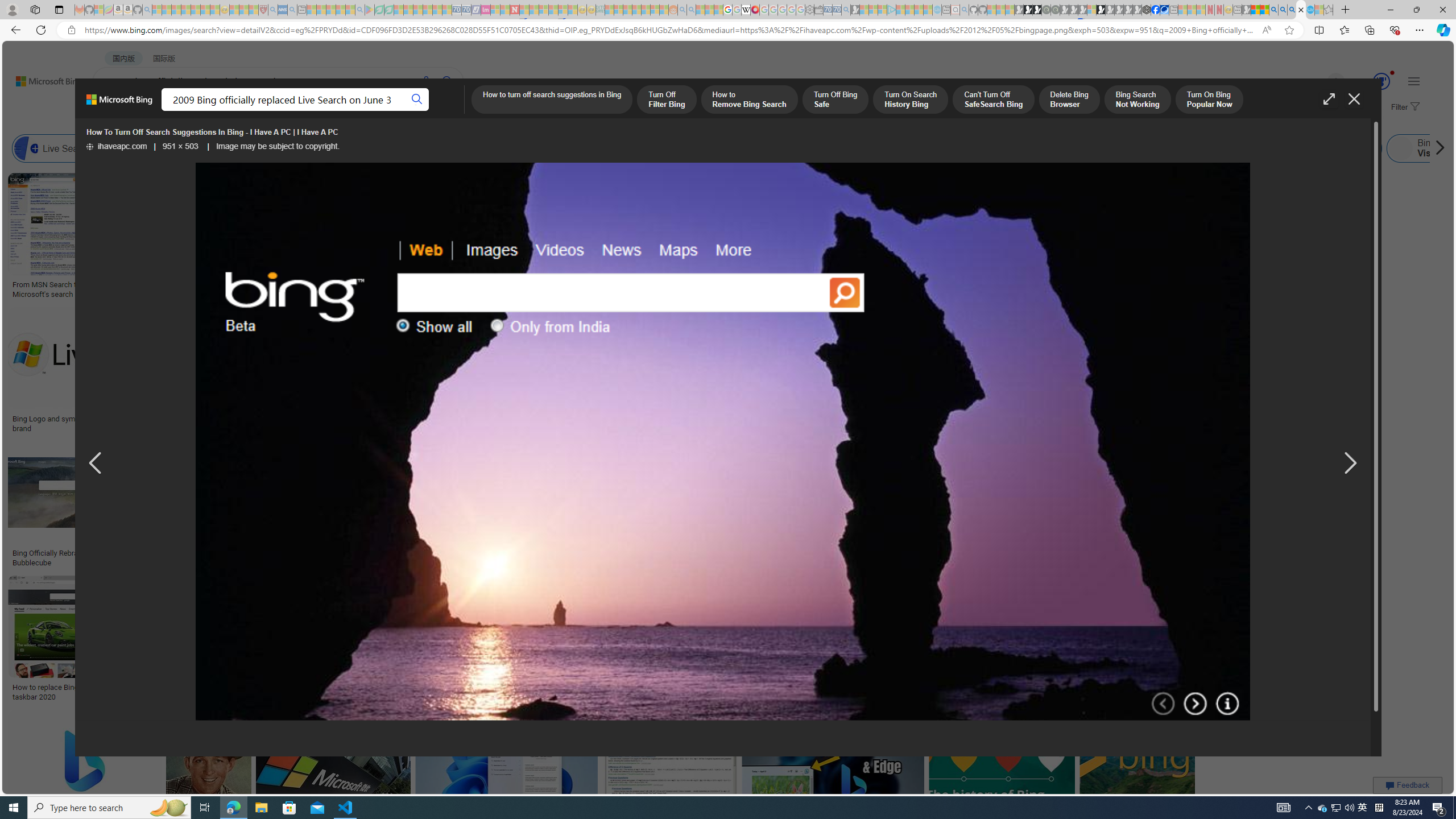  Describe the element at coordinates (359, 9) in the screenshot. I see `'google - Search - Sleeping'` at that location.